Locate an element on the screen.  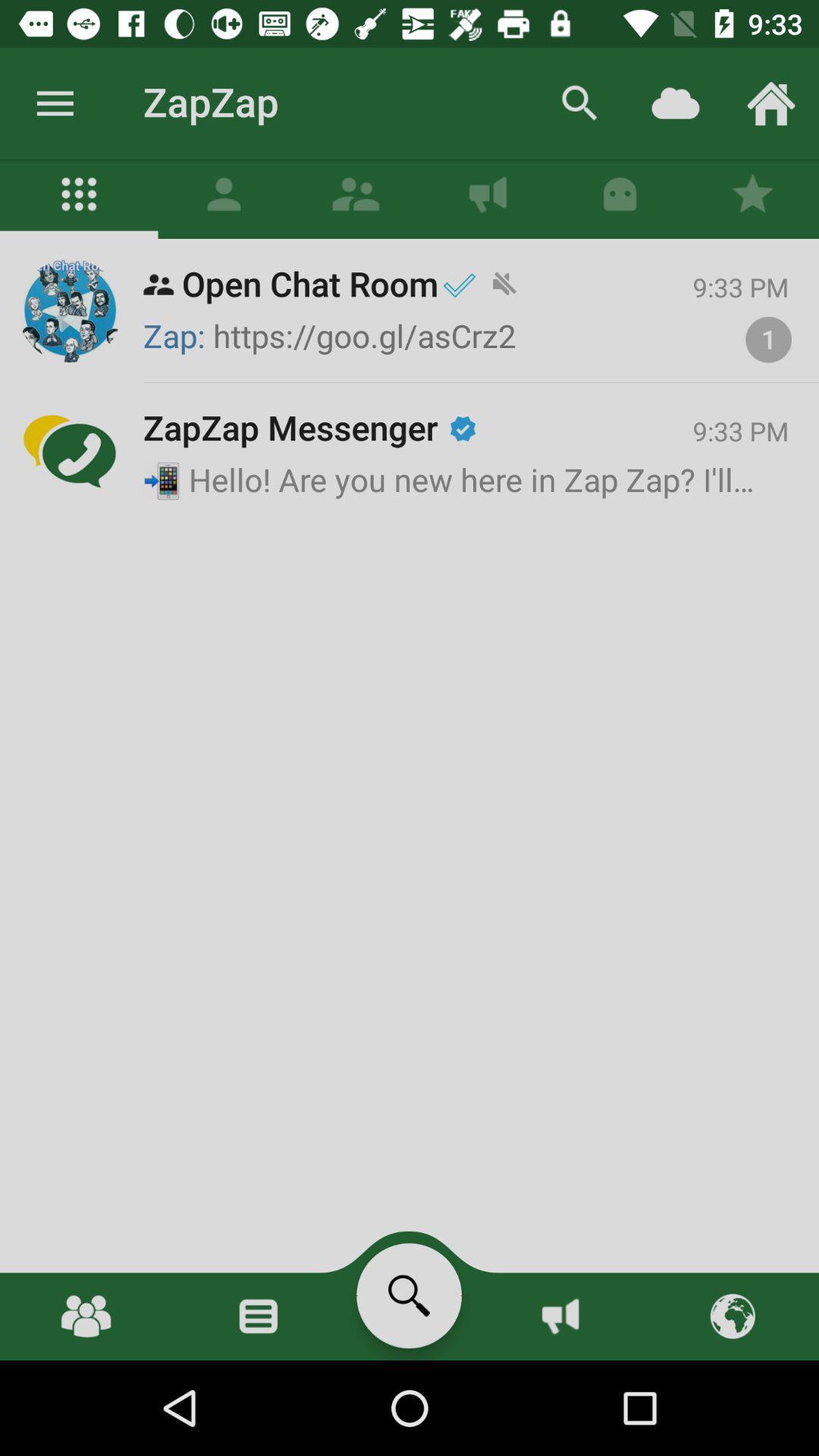
the search icon is located at coordinates (408, 1294).